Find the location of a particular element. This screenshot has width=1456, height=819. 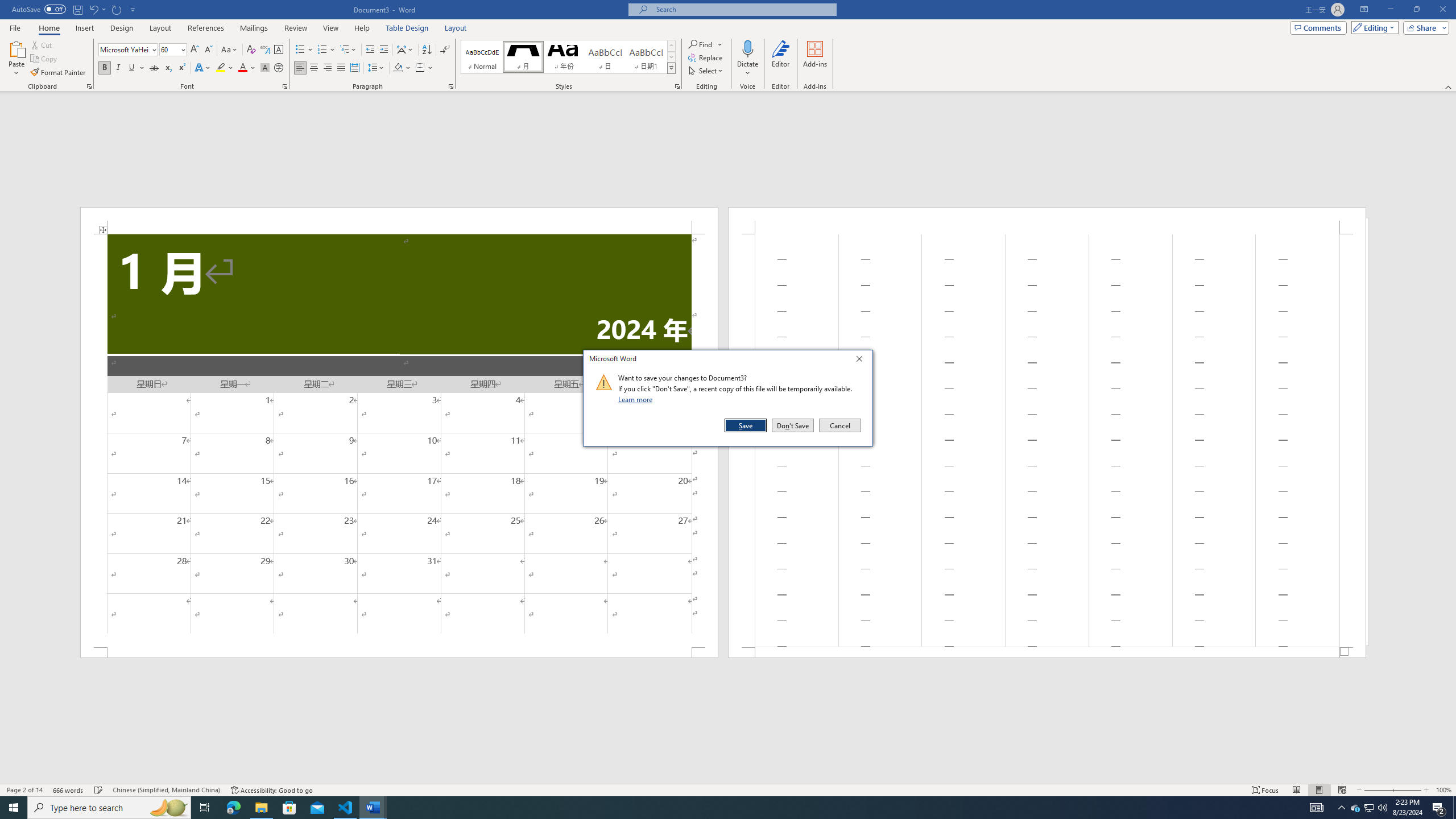

'Class: NetUIImage' is located at coordinates (603, 382).